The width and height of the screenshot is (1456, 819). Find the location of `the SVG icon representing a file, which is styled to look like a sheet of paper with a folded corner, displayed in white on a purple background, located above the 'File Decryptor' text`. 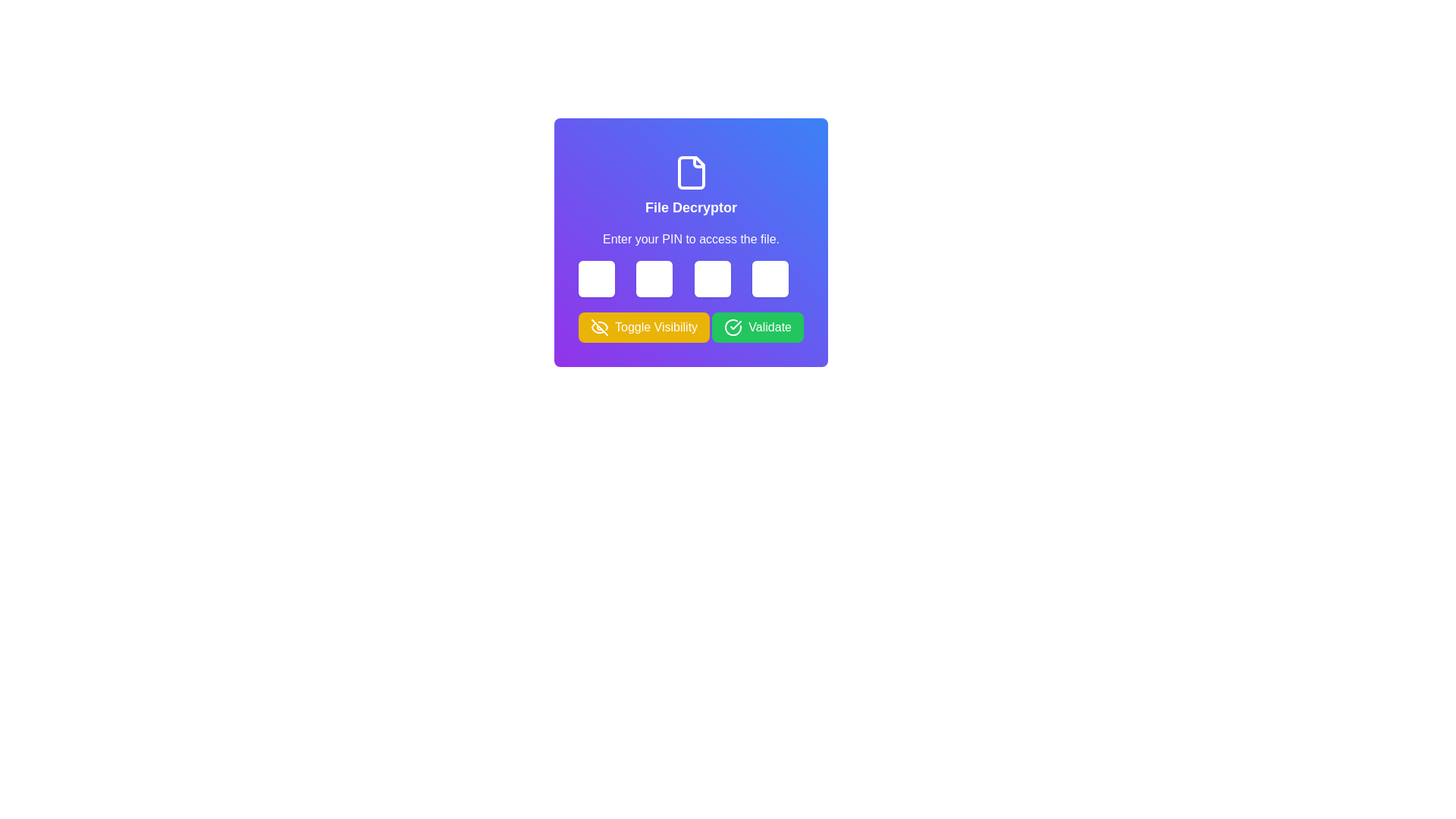

the SVG icon representing a file, which is styled to look like a sheet of paper with a folded corner, displayed in white on a purple background, located above the 'File Decryptor' text is located at coordinates (690, 171).